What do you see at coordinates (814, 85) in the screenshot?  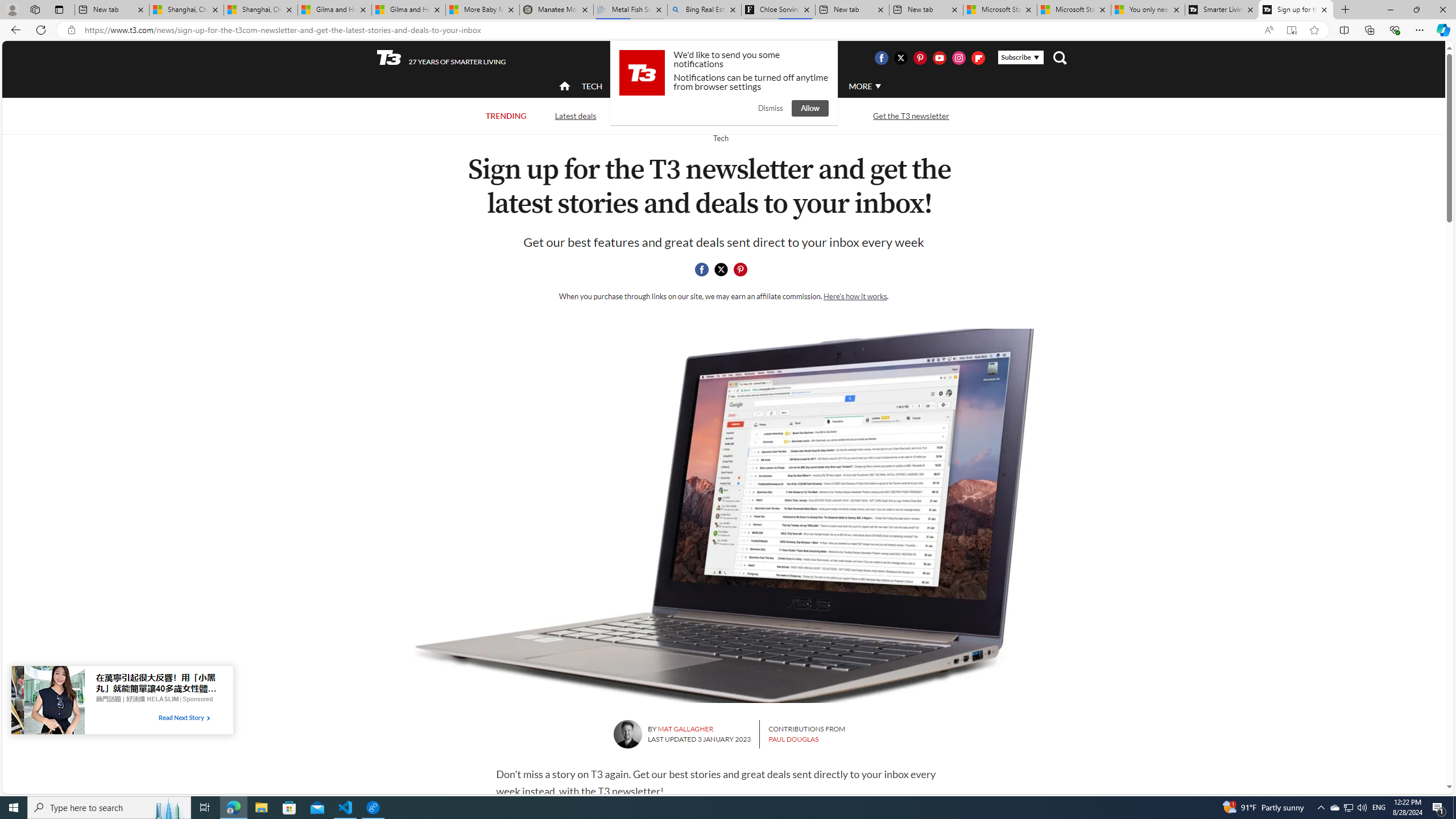 I see `'AUTO'` at bounding box center [814, 85].